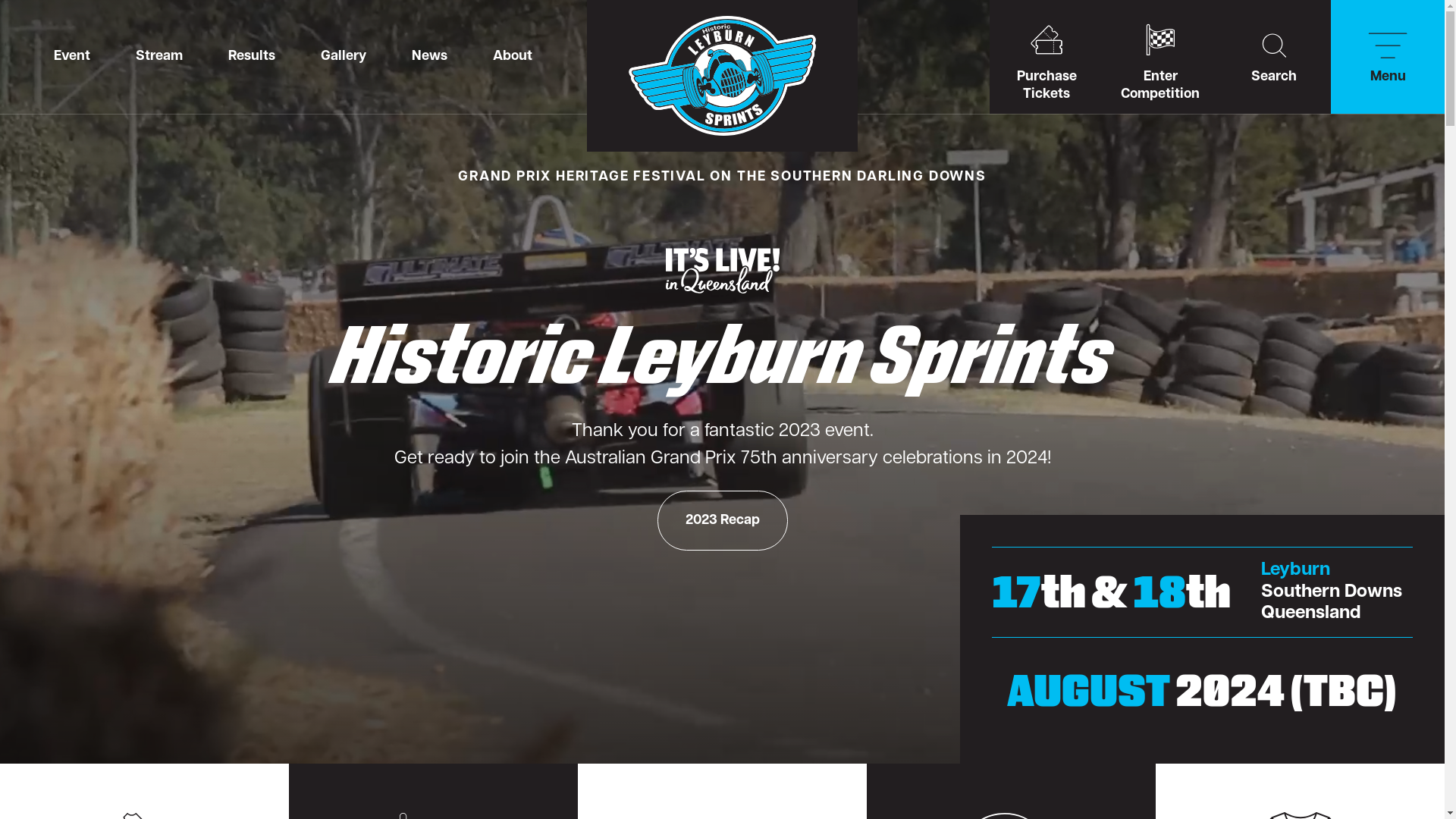  What do you see at coordinates (513, 55) in the screenshot?
I see `'About'` at bounding box center [513, 55].